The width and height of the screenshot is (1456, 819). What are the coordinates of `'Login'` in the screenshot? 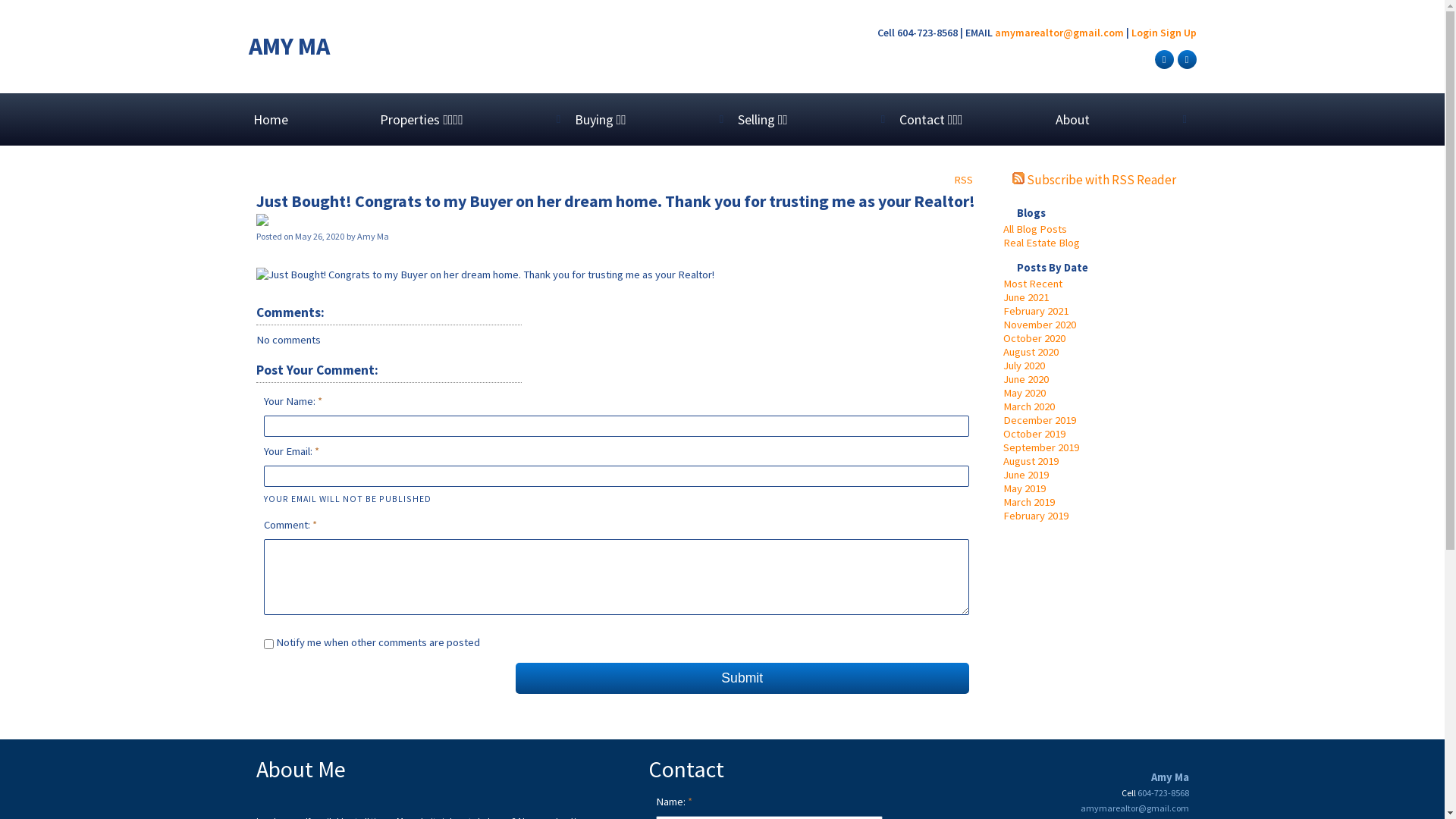 It's located at (1144, 32).